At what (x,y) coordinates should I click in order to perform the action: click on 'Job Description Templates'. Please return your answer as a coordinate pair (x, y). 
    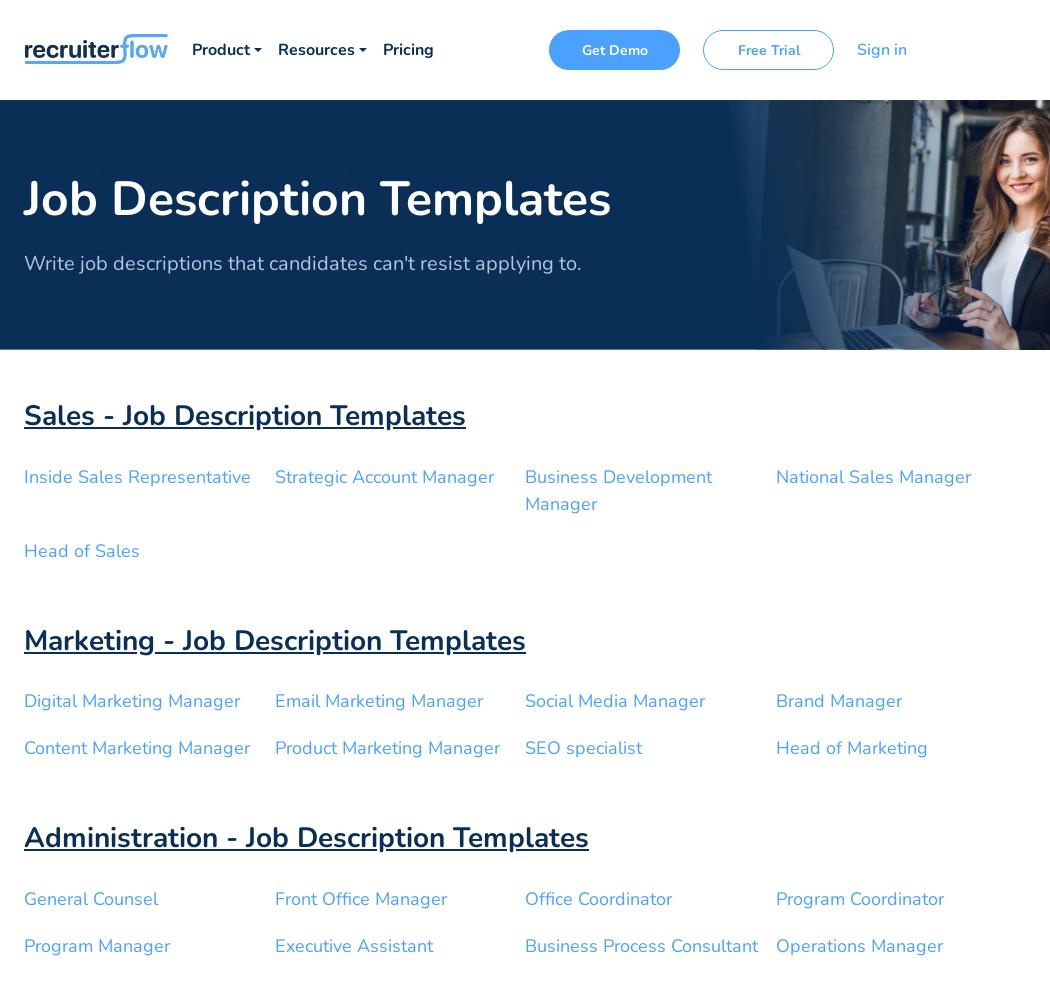
    Looking at the image, I should click on (317, 198).